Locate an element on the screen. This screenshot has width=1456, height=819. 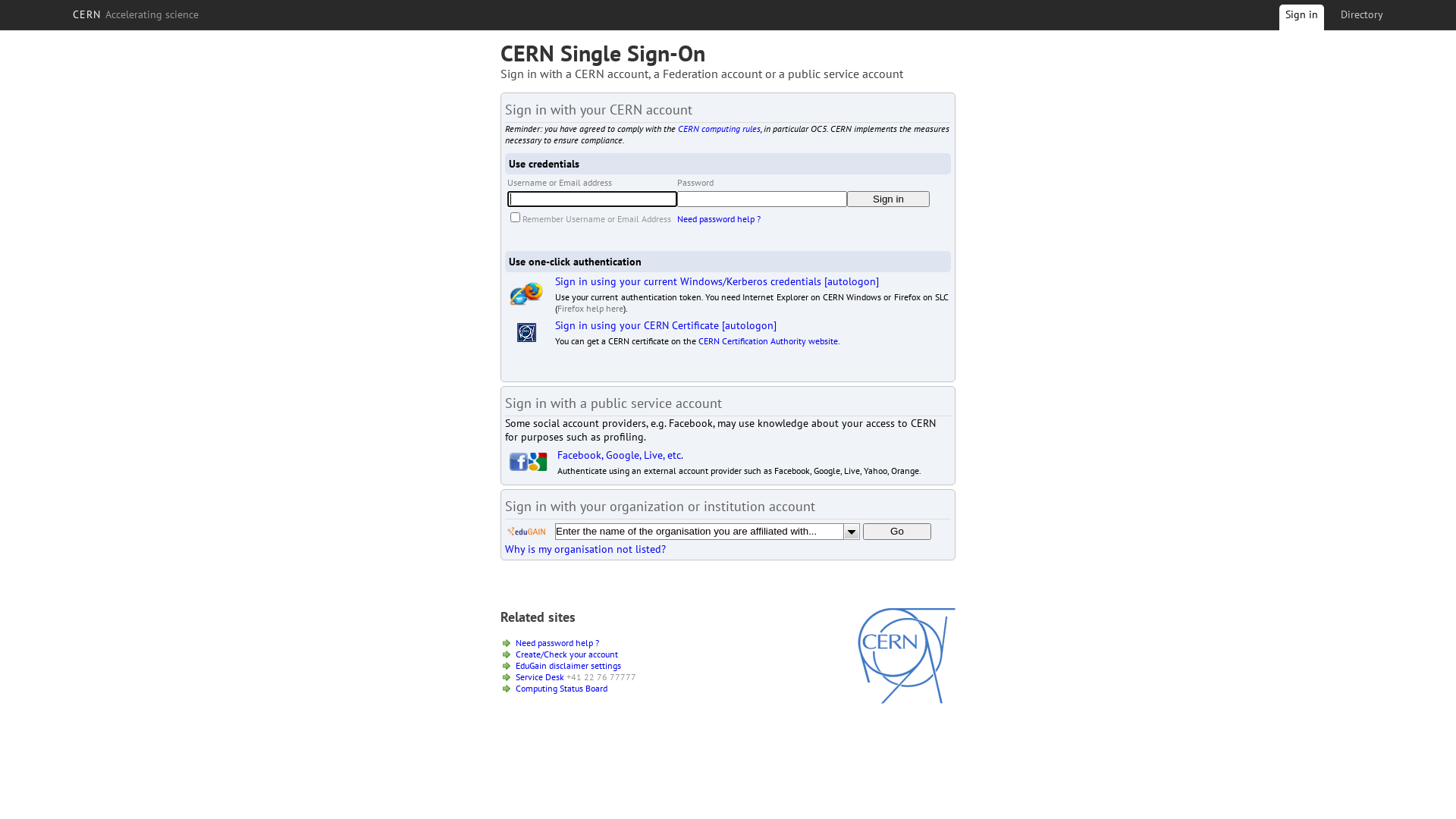
'Need password help ?' is located at coordinates (556, 642).